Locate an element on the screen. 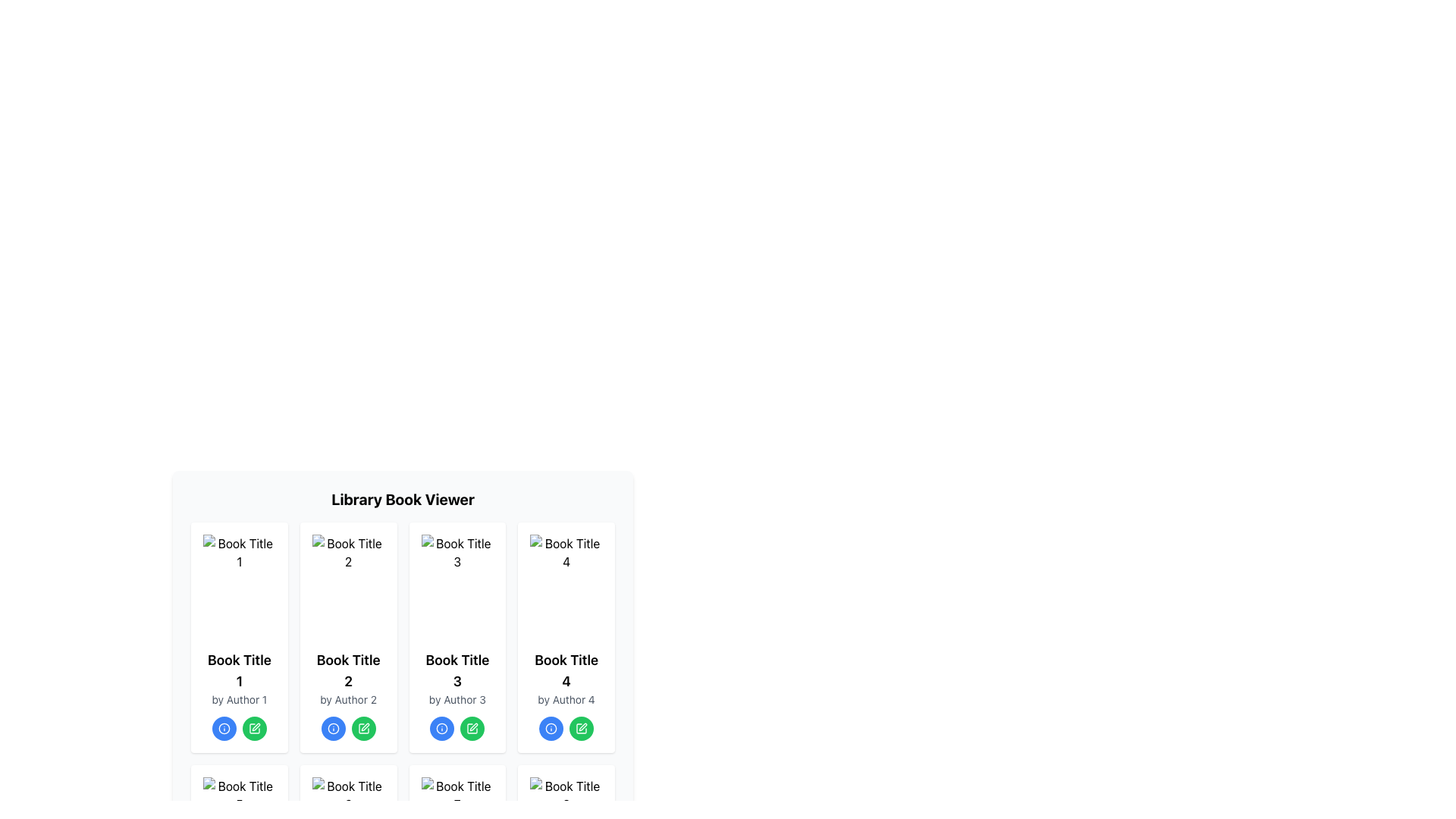 This screenshot has height=819, width=1456. the visual representation of the book titled 'Book Title 3' located in the third card labeled 'Book Title 3 by Author 3' is located at coordinates (457, 588).